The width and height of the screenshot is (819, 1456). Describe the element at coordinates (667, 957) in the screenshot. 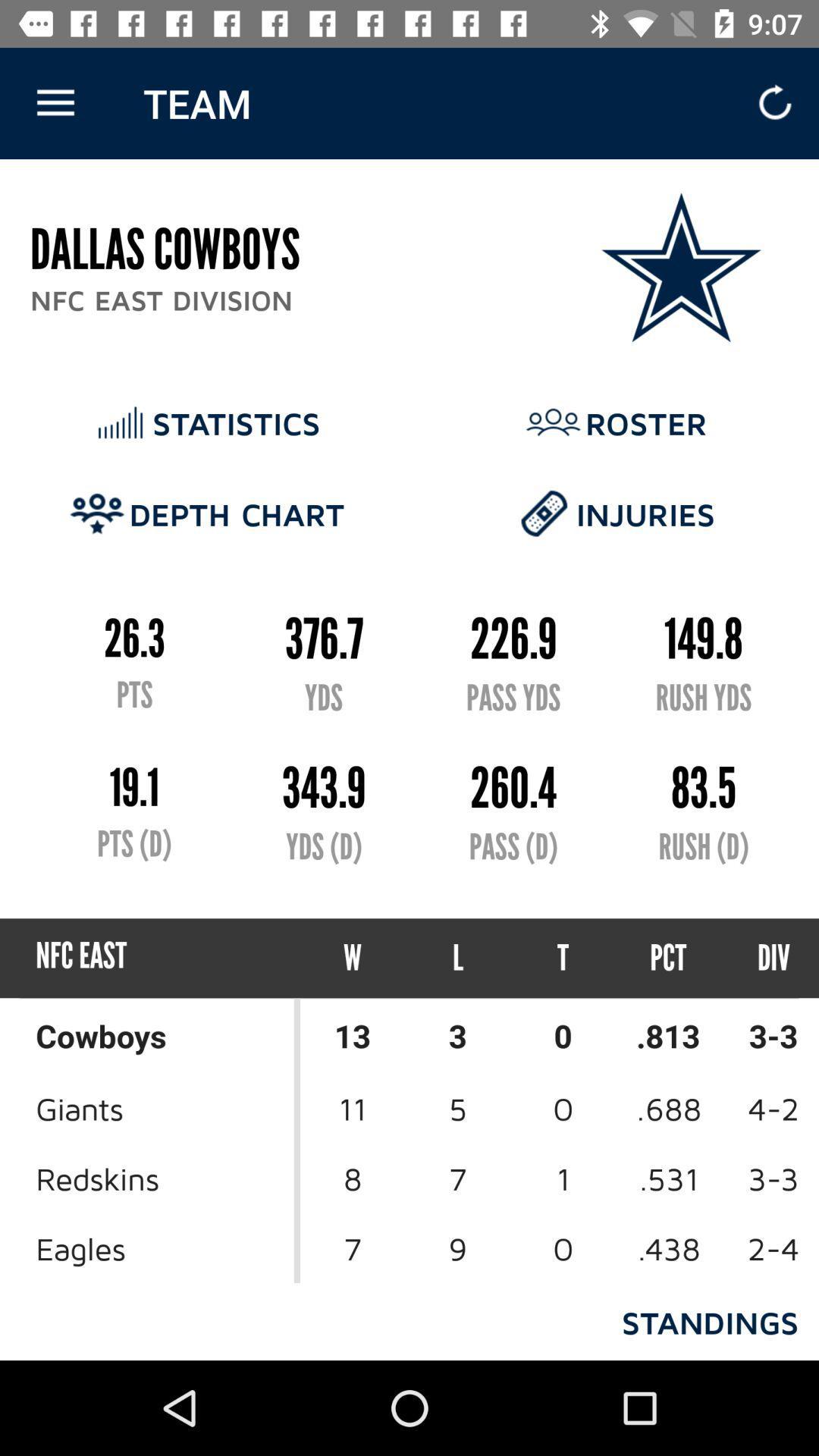

I see `pct item` at that location.